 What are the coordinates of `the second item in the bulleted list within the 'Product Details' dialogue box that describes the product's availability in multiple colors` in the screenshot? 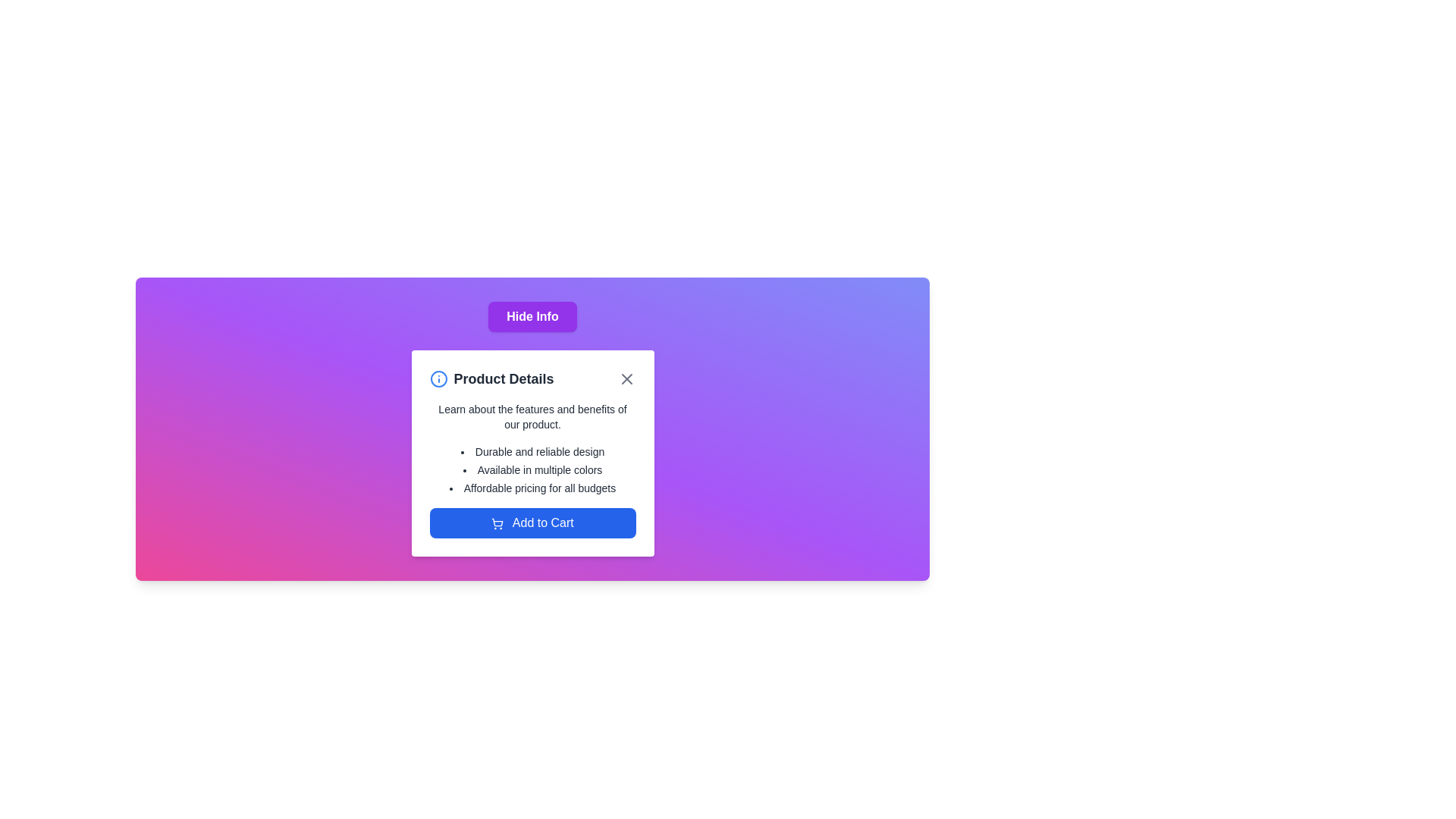 It's located at (532, 469).